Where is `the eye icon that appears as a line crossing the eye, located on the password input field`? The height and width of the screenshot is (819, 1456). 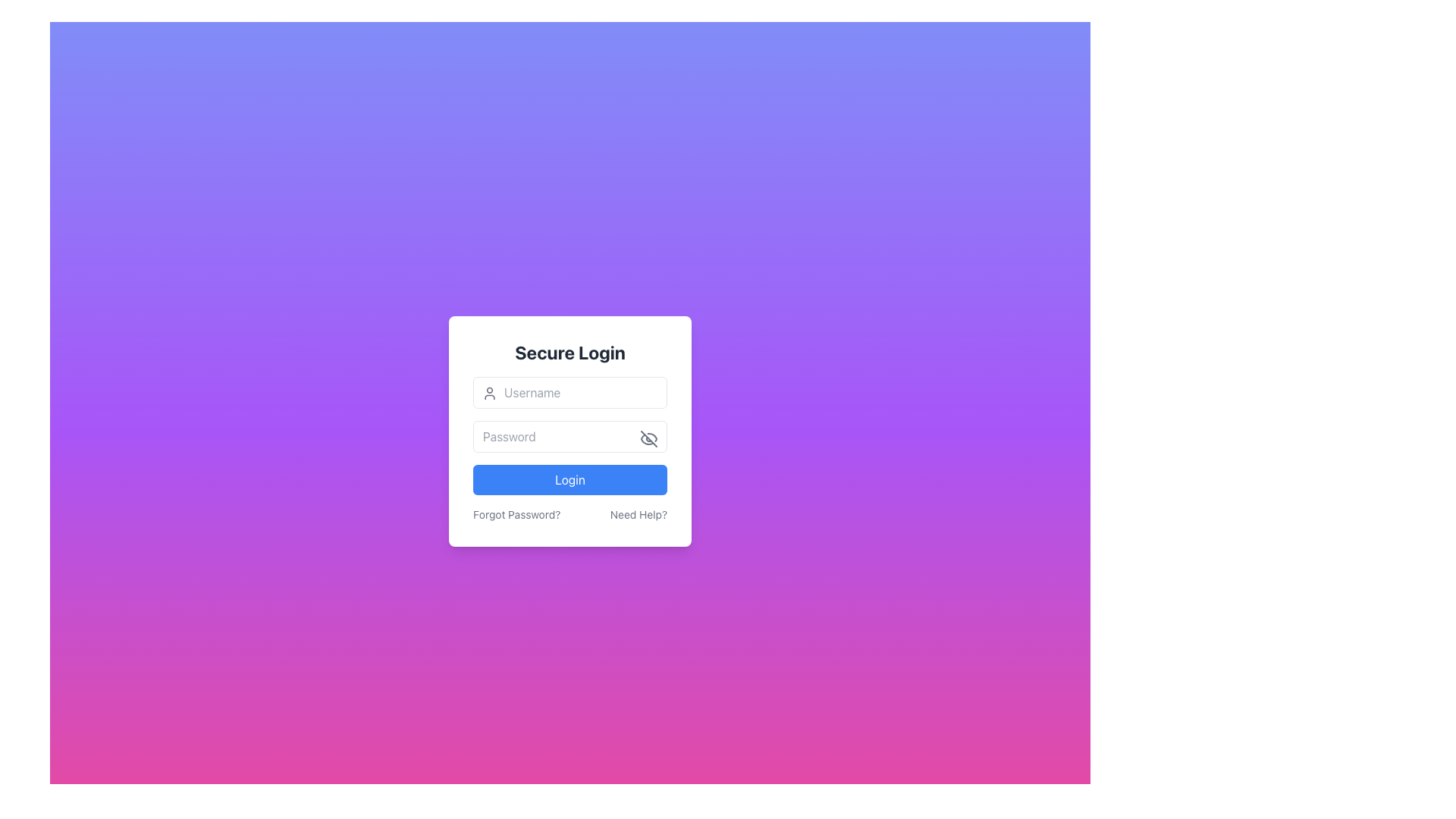 the eye icon that appears as a line crossing the eye, located on the password input field is located at coordinates (648, 438).